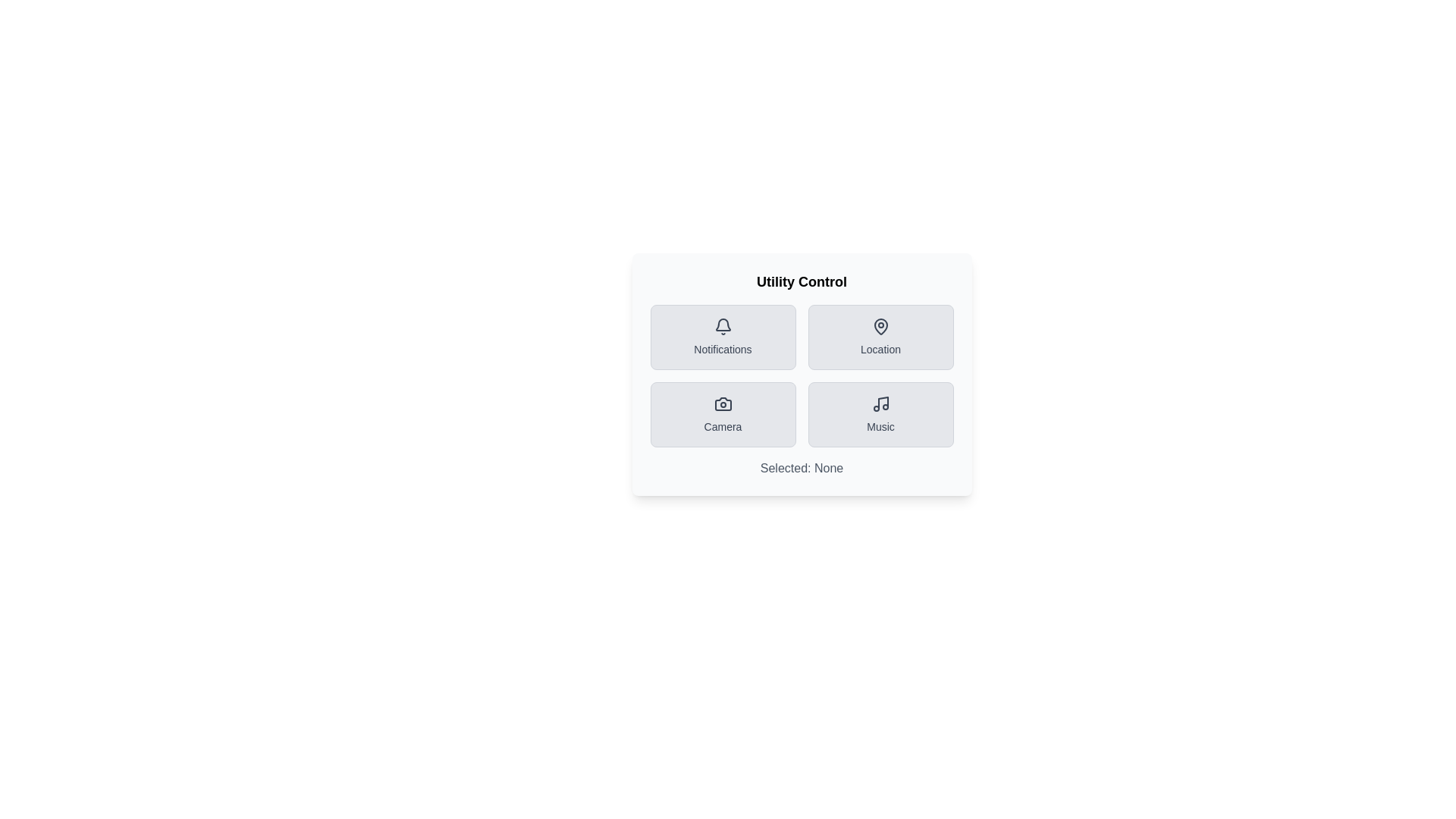 The width and height of the screenshot is (1456, 819). What do you see at coordinates (722, 336) in the screenshot?
I see `the Notifications button to toggle its state` at bounding box center [722, 336].